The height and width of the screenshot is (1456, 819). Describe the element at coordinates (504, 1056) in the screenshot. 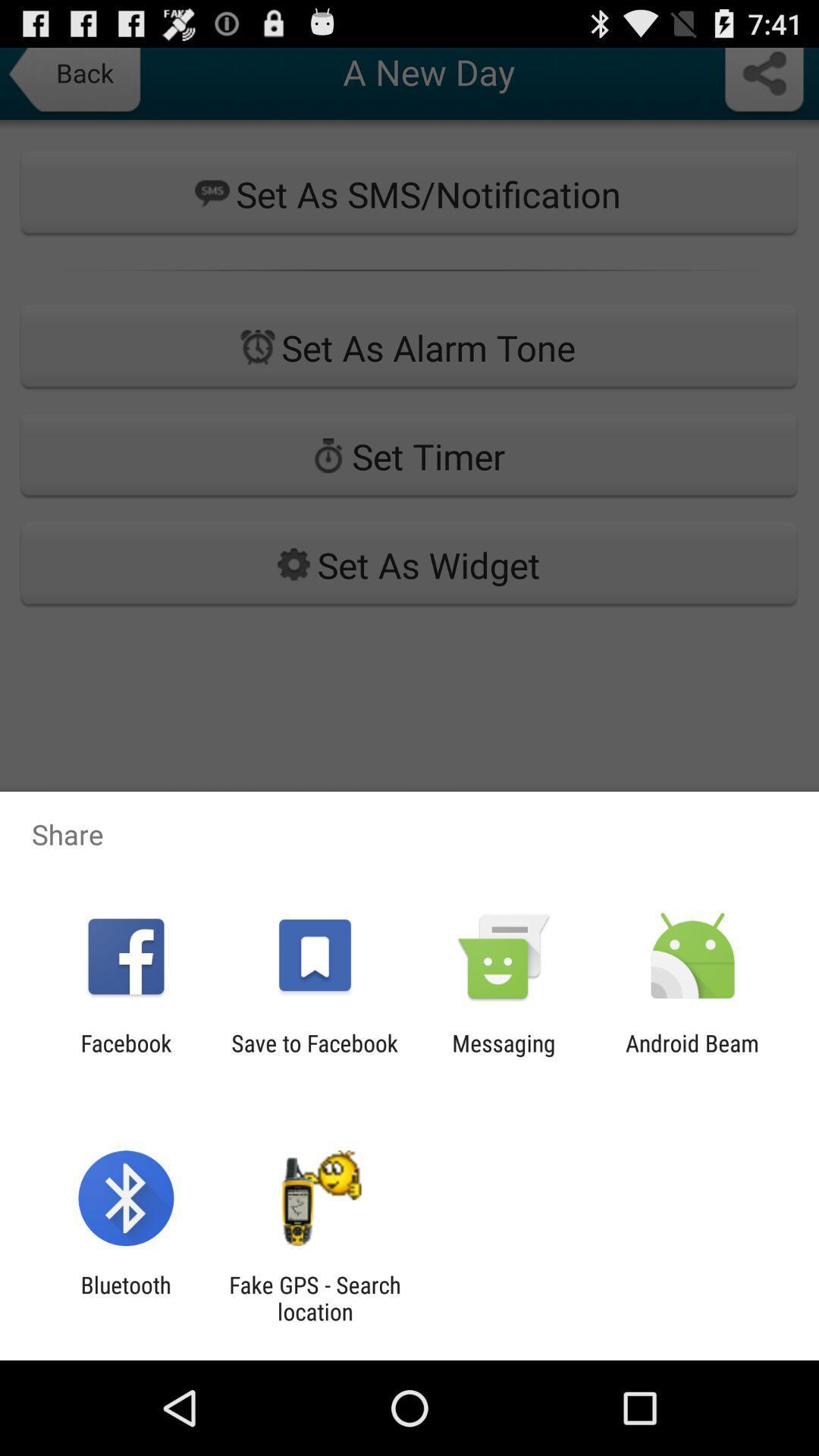

I see `the messaging icon` at that location.